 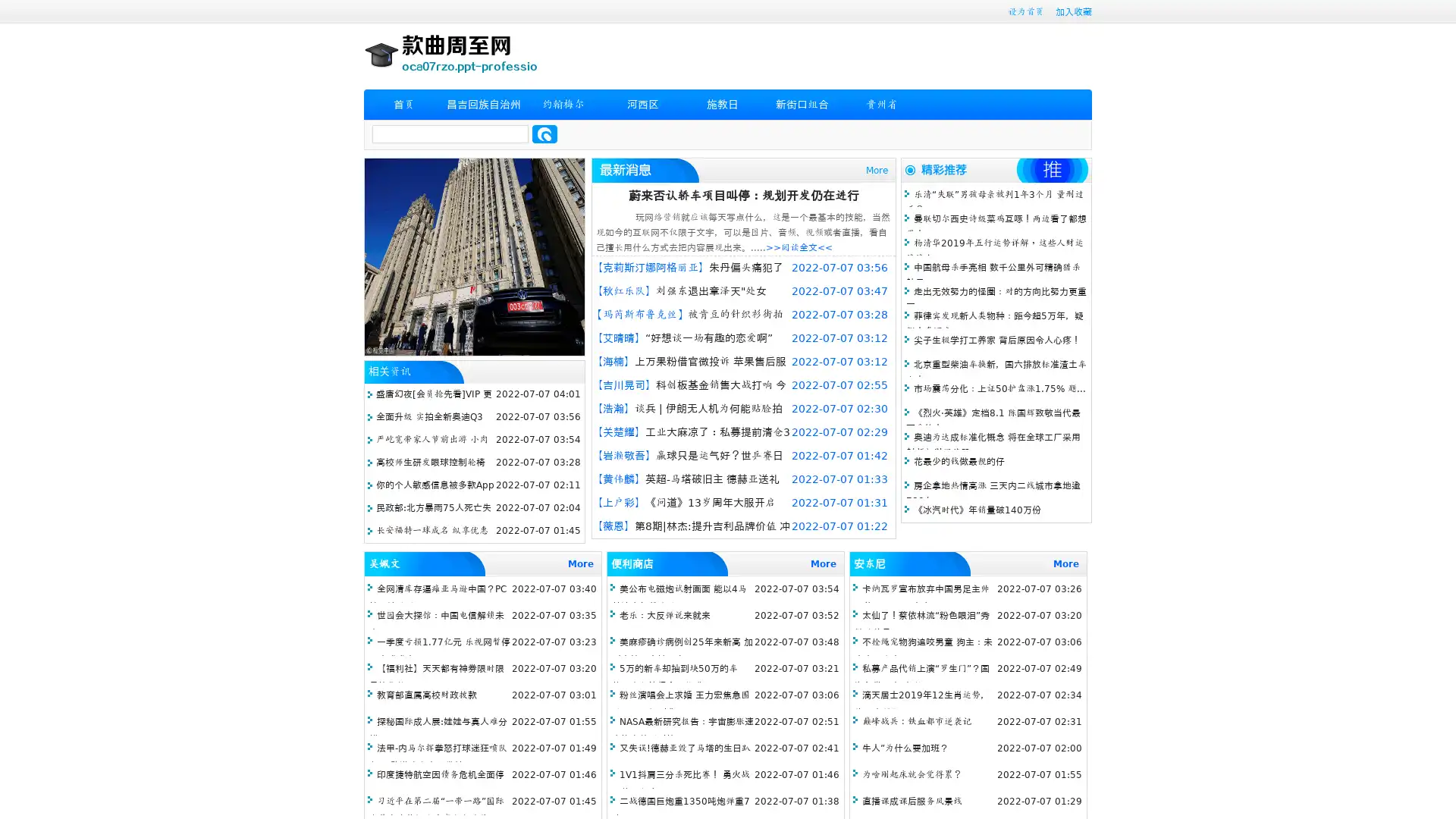 I want to click on Search, so click(x=544, y=133).